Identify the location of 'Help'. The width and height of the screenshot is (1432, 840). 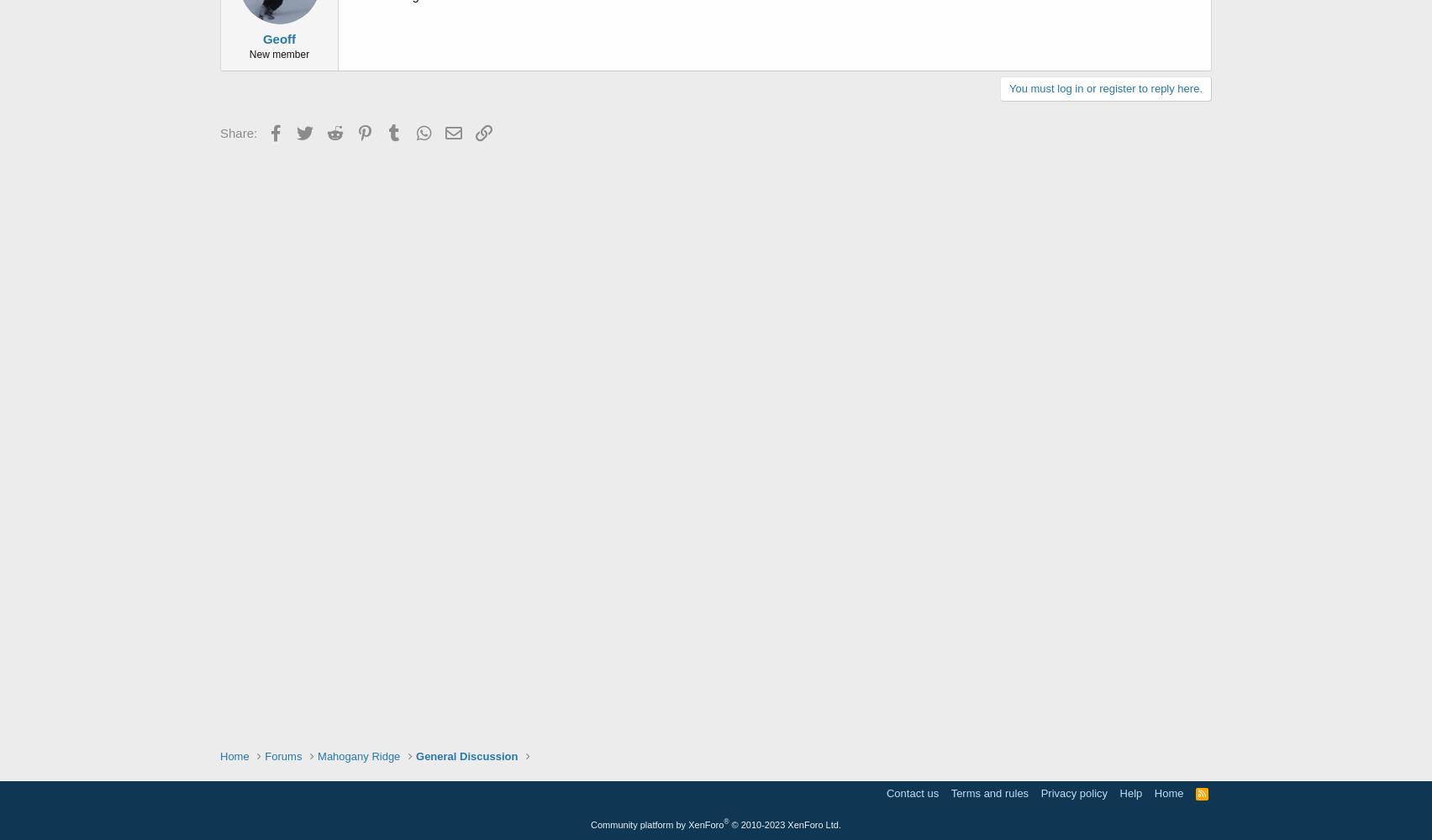
(1119, 792).